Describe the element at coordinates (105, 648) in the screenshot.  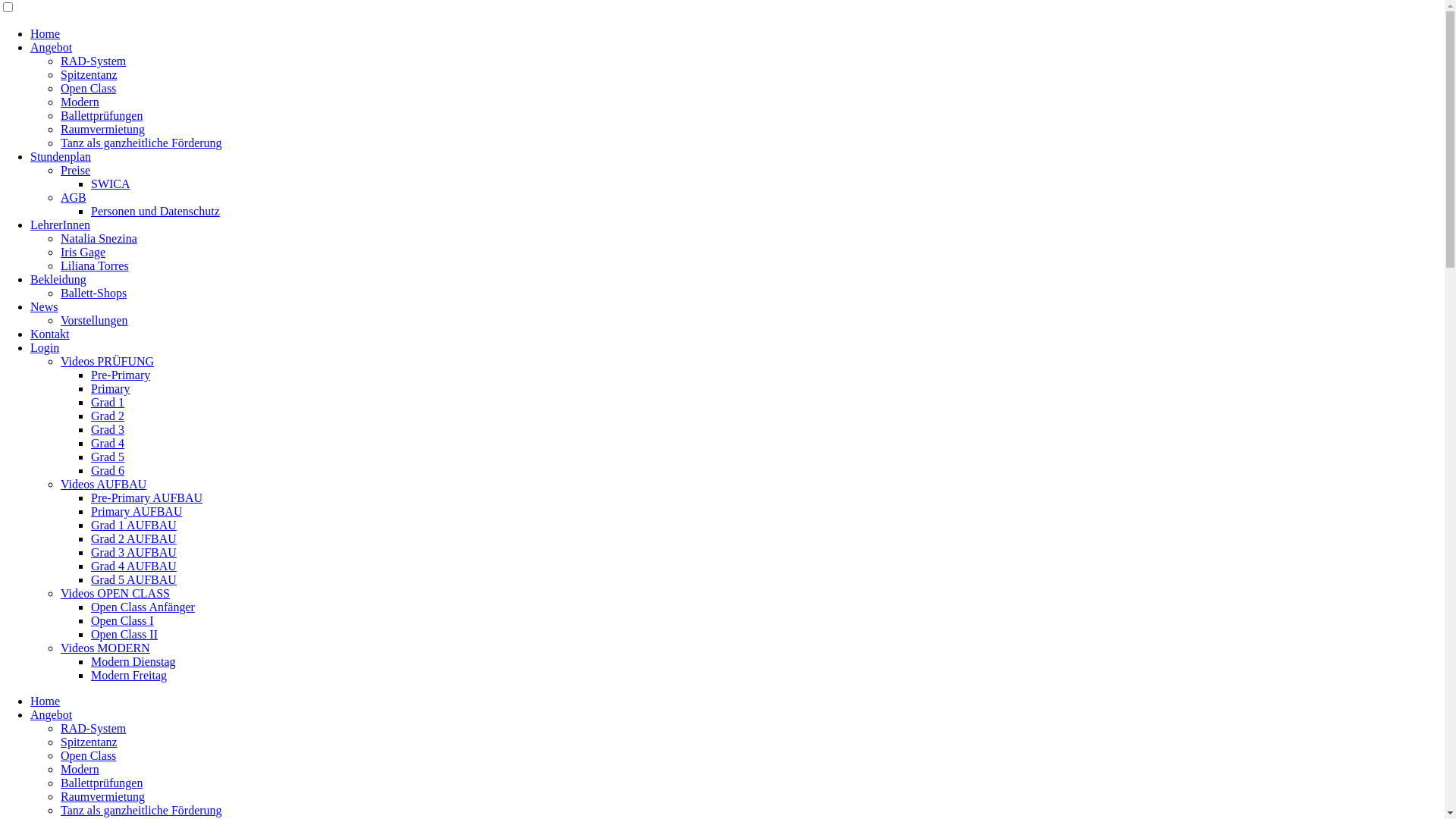
I see `'Videos MODERN'` at that location.